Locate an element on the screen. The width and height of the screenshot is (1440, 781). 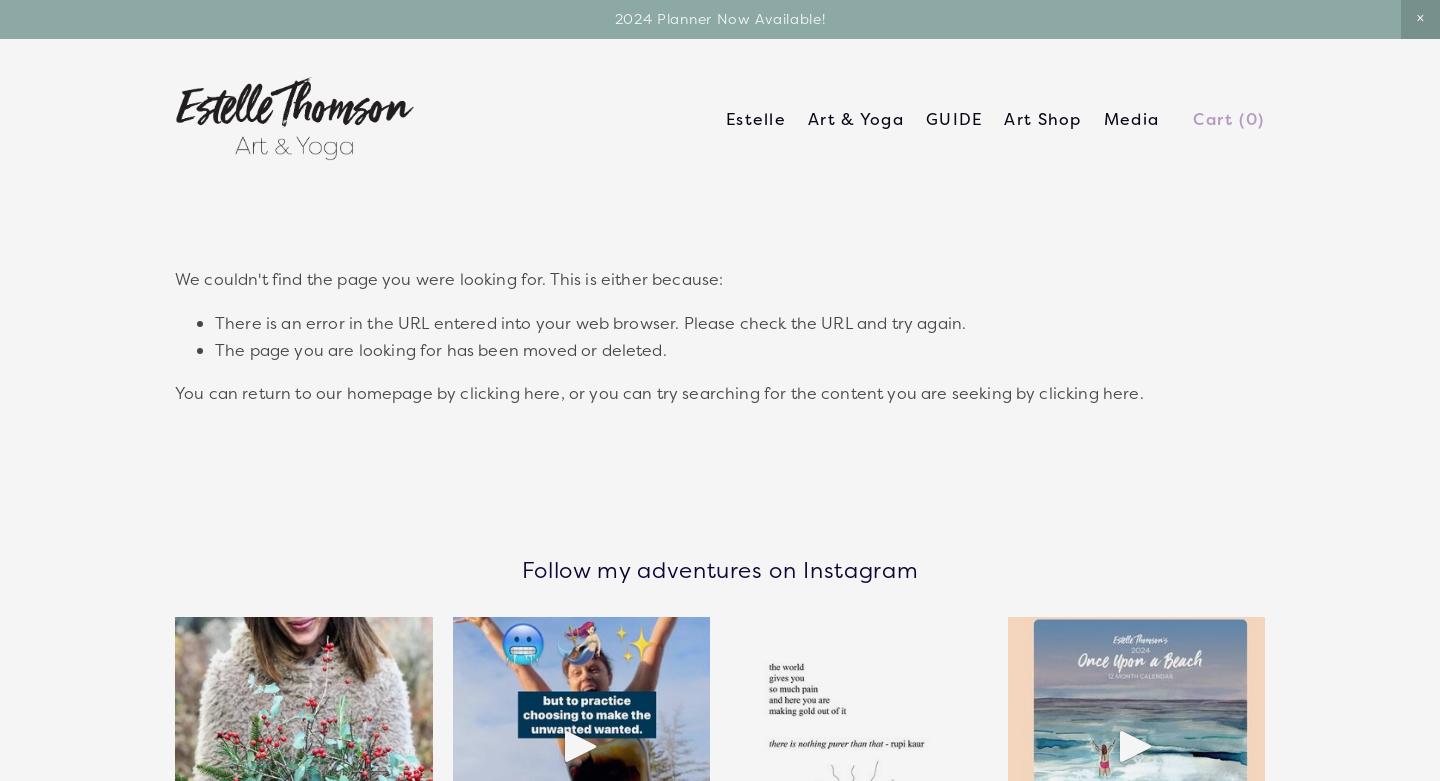
'Art & Yoga' is located at coordinates (854, 118).